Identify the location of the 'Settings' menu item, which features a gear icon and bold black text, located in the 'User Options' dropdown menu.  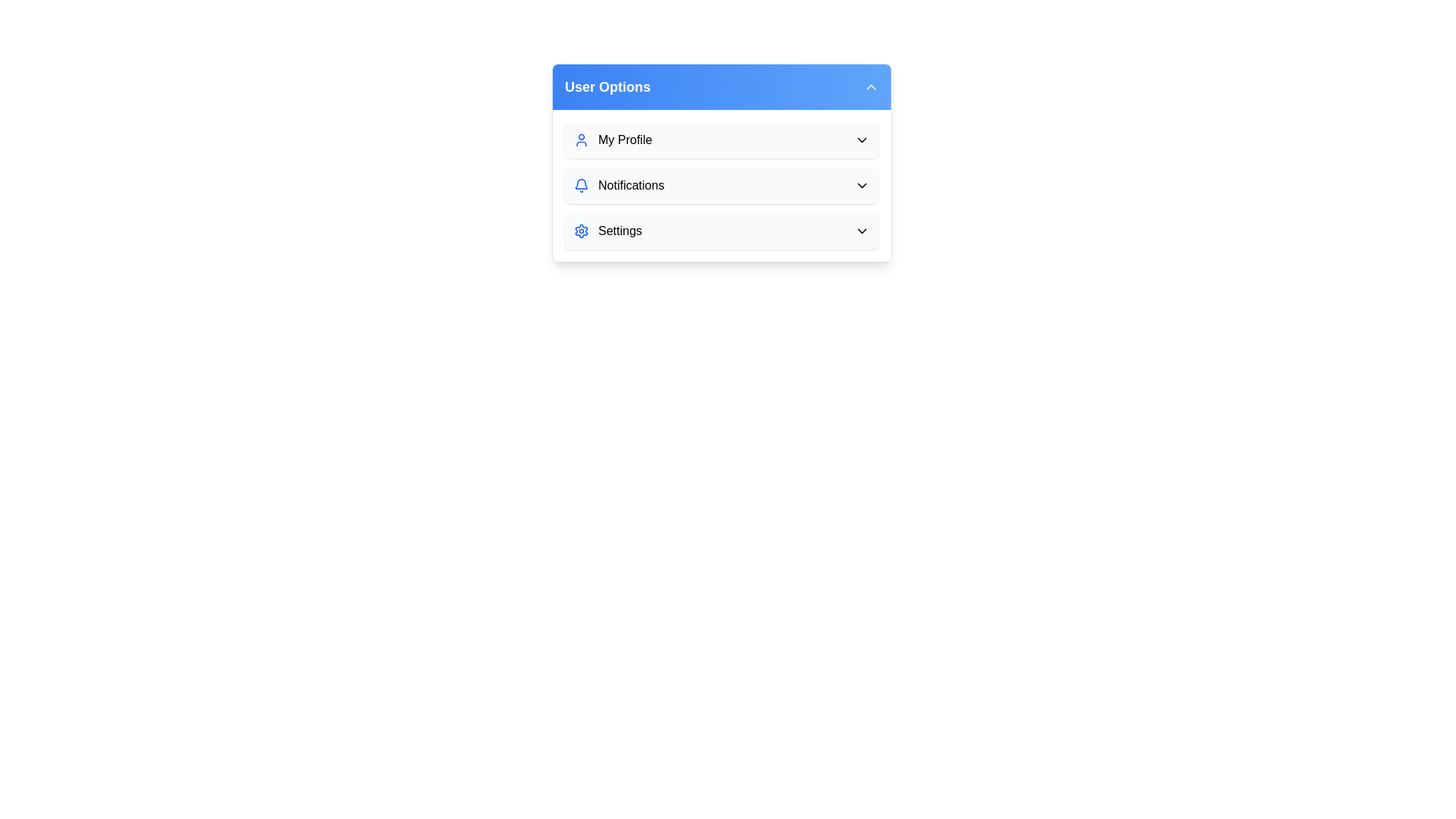
(607, 231).